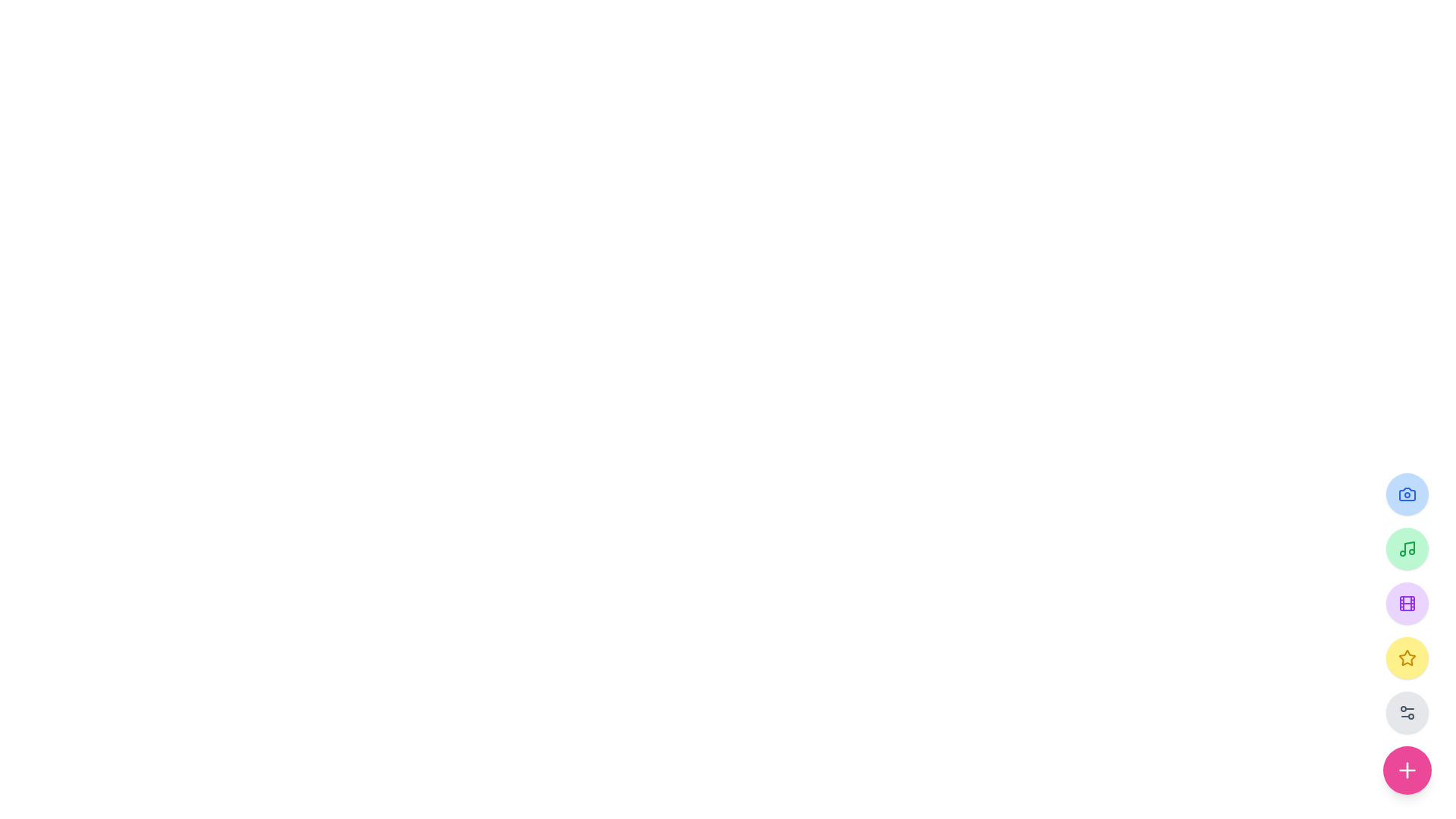  Describe the element at coordinates (1407, 602) in the screenshot. I see `the circular button with a purple background and a white film reel icon to change its appearance` at that location.